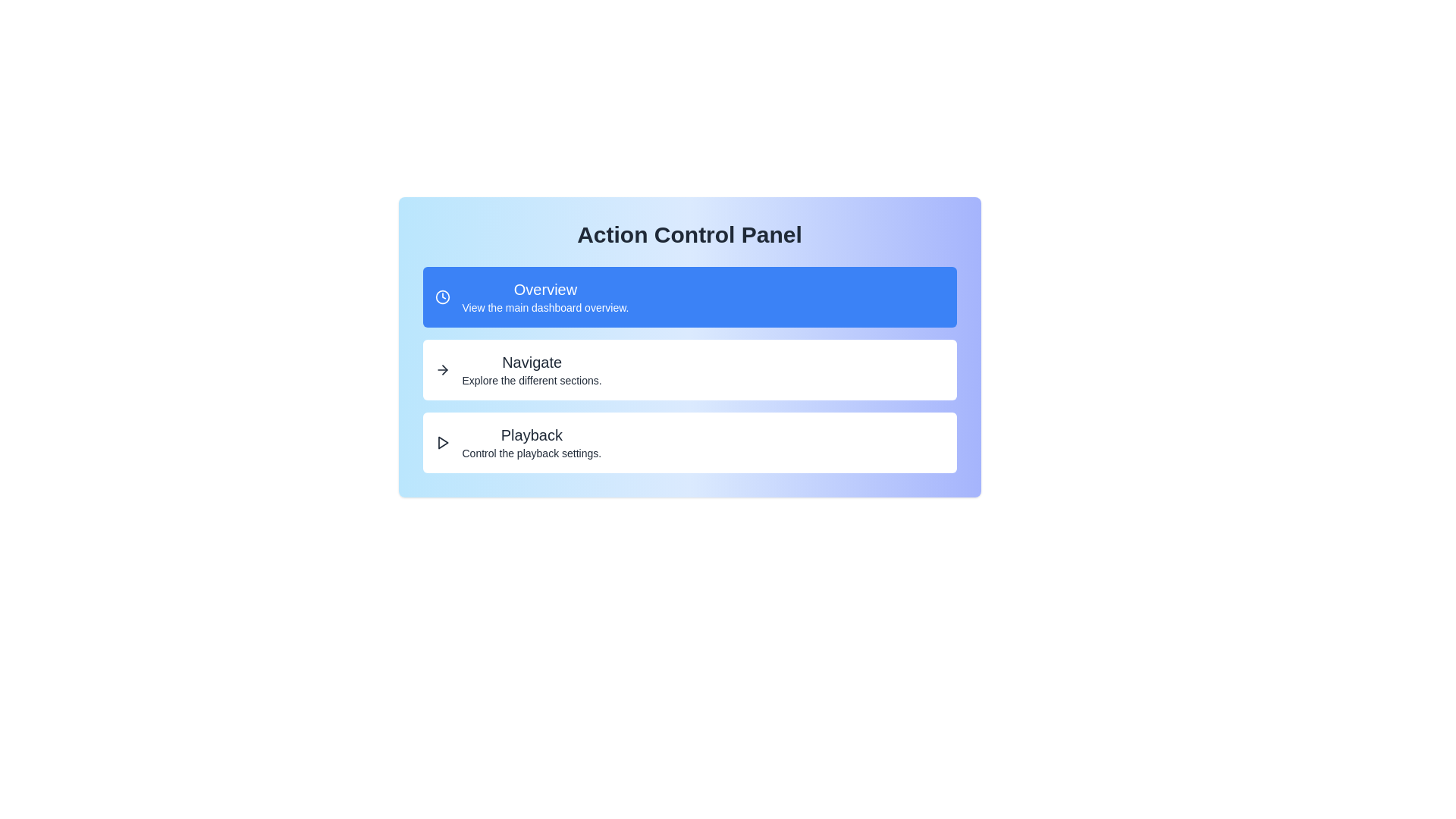  What do you see at coordinates (689, 442) in the screenshot?
I see `the bottom-most clickable section` at bounding box center [689, 442].